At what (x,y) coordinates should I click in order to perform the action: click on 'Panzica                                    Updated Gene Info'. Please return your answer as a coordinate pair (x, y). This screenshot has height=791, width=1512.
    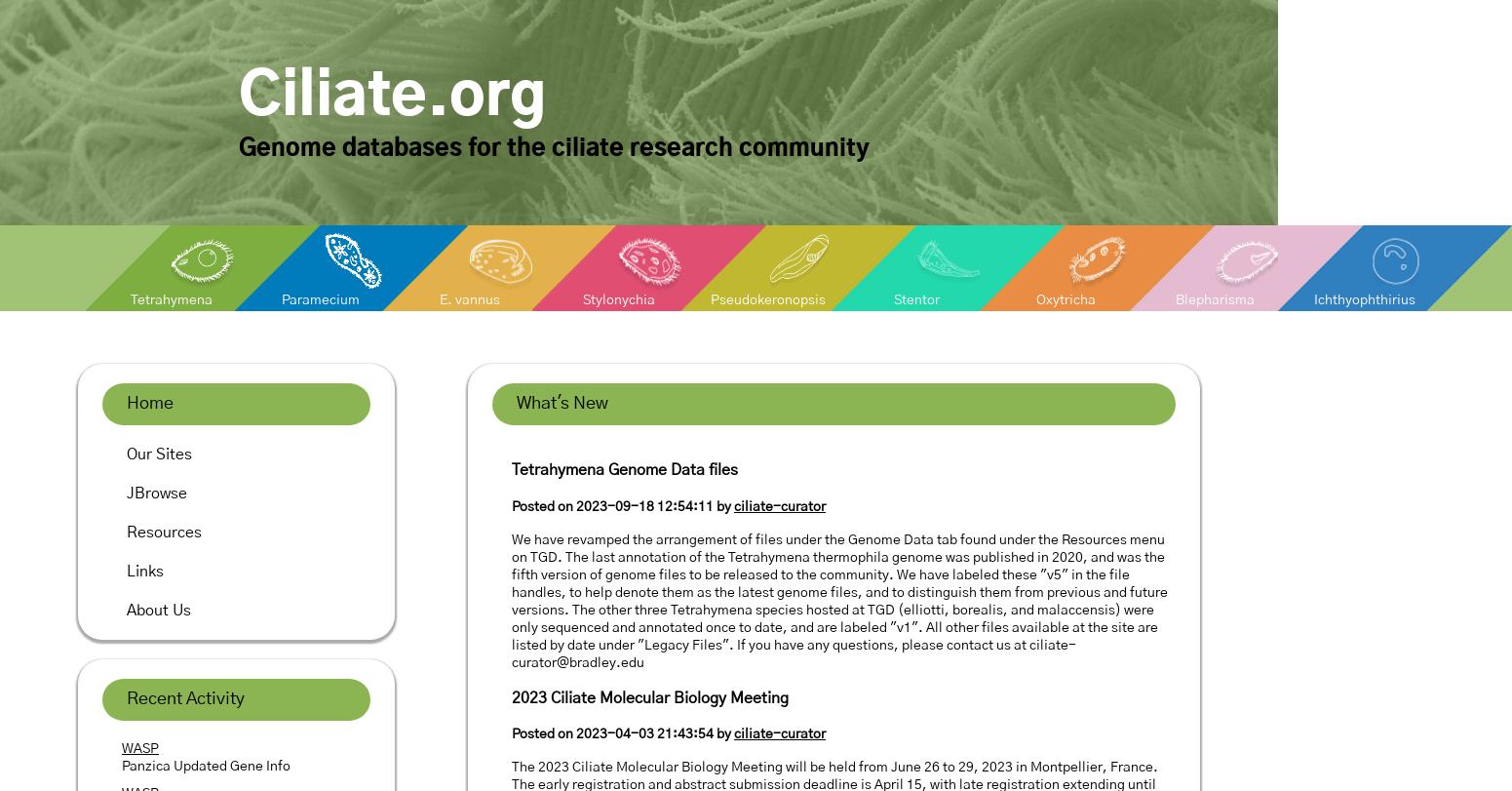
    Looking at the image, I should click on (205, 766).